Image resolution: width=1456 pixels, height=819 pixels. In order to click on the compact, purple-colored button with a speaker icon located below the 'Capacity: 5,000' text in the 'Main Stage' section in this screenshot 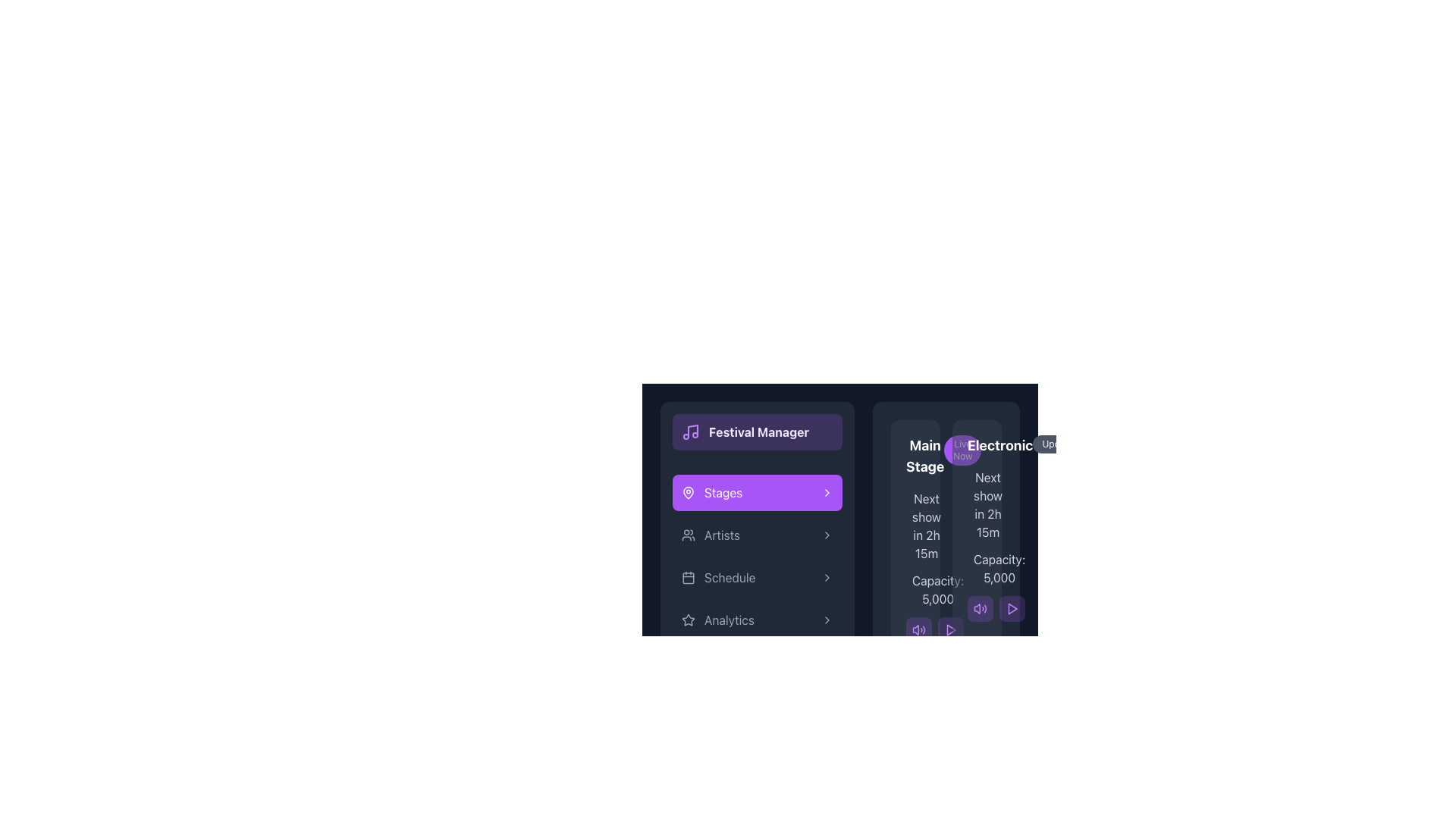, I will do `click(915, 629)`.